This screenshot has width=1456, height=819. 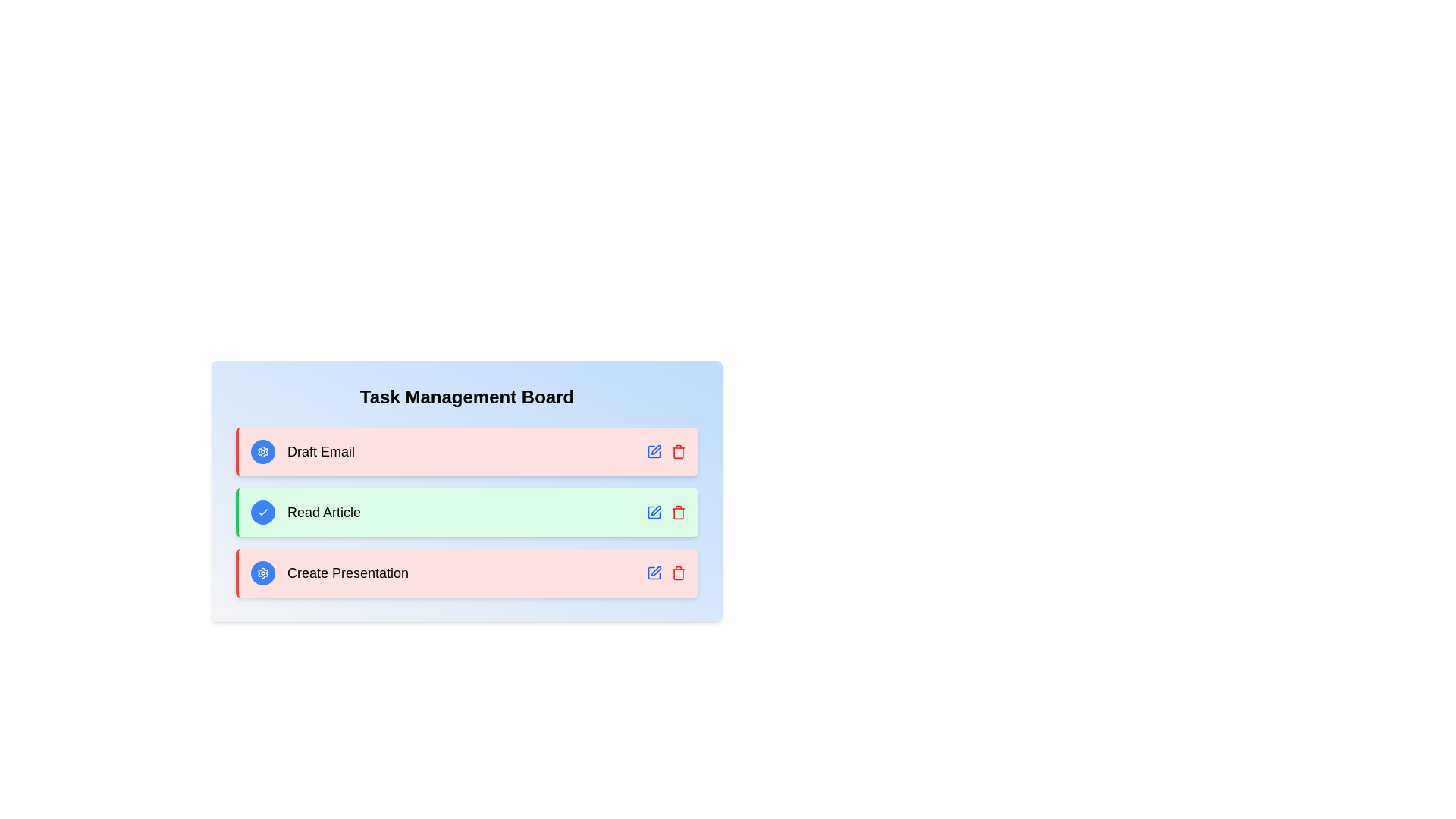 What do you see at coordinates (677, 512) in the screenshot?
I see `the trash icon to delete the task Read Article` at bounding box center [677, 512].